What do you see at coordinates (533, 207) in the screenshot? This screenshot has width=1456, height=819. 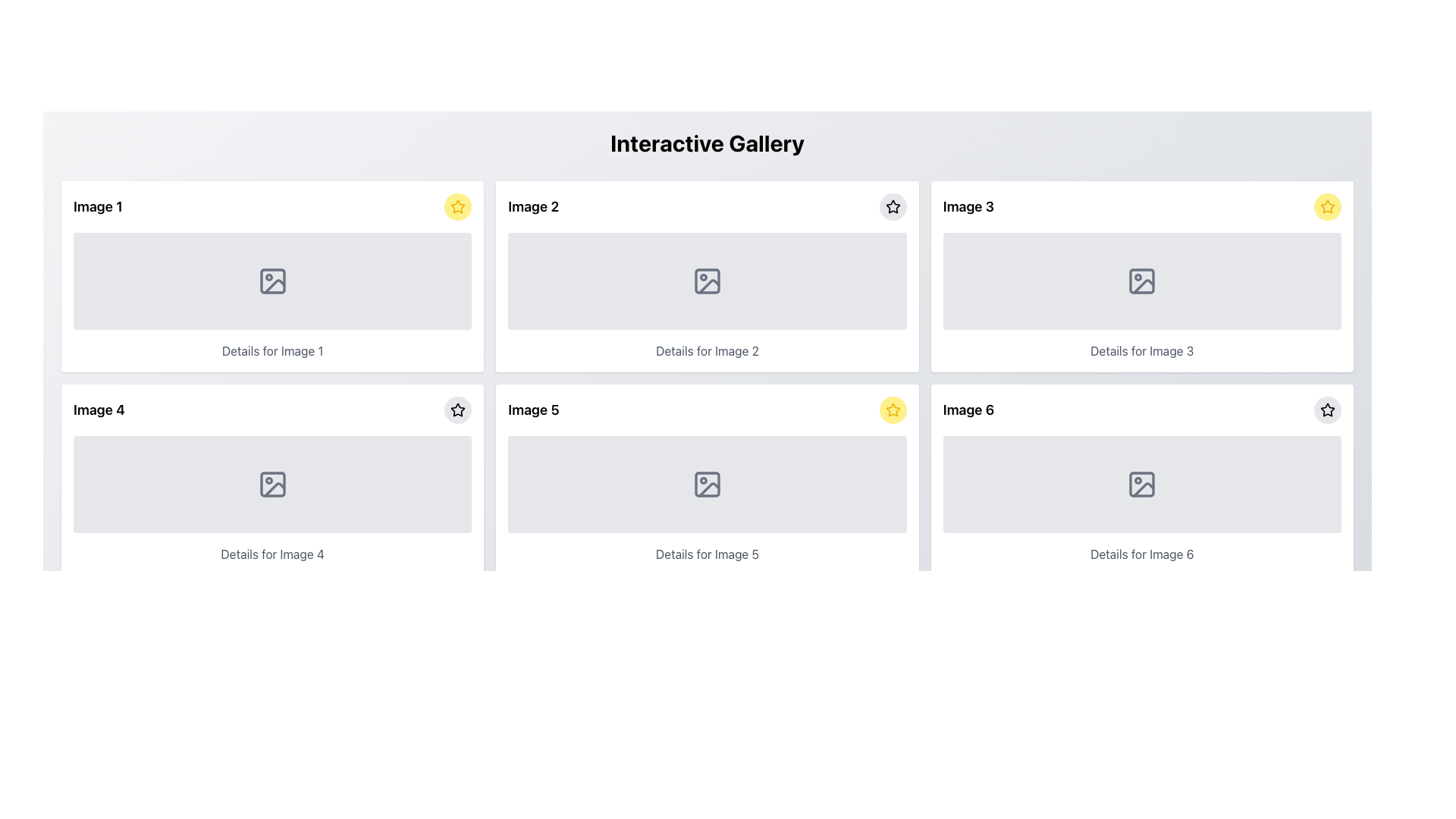 I see `static text label located in the top-right cell of the gallery grid, positioned next to the interactive icon` at bounding box center [533, 207].